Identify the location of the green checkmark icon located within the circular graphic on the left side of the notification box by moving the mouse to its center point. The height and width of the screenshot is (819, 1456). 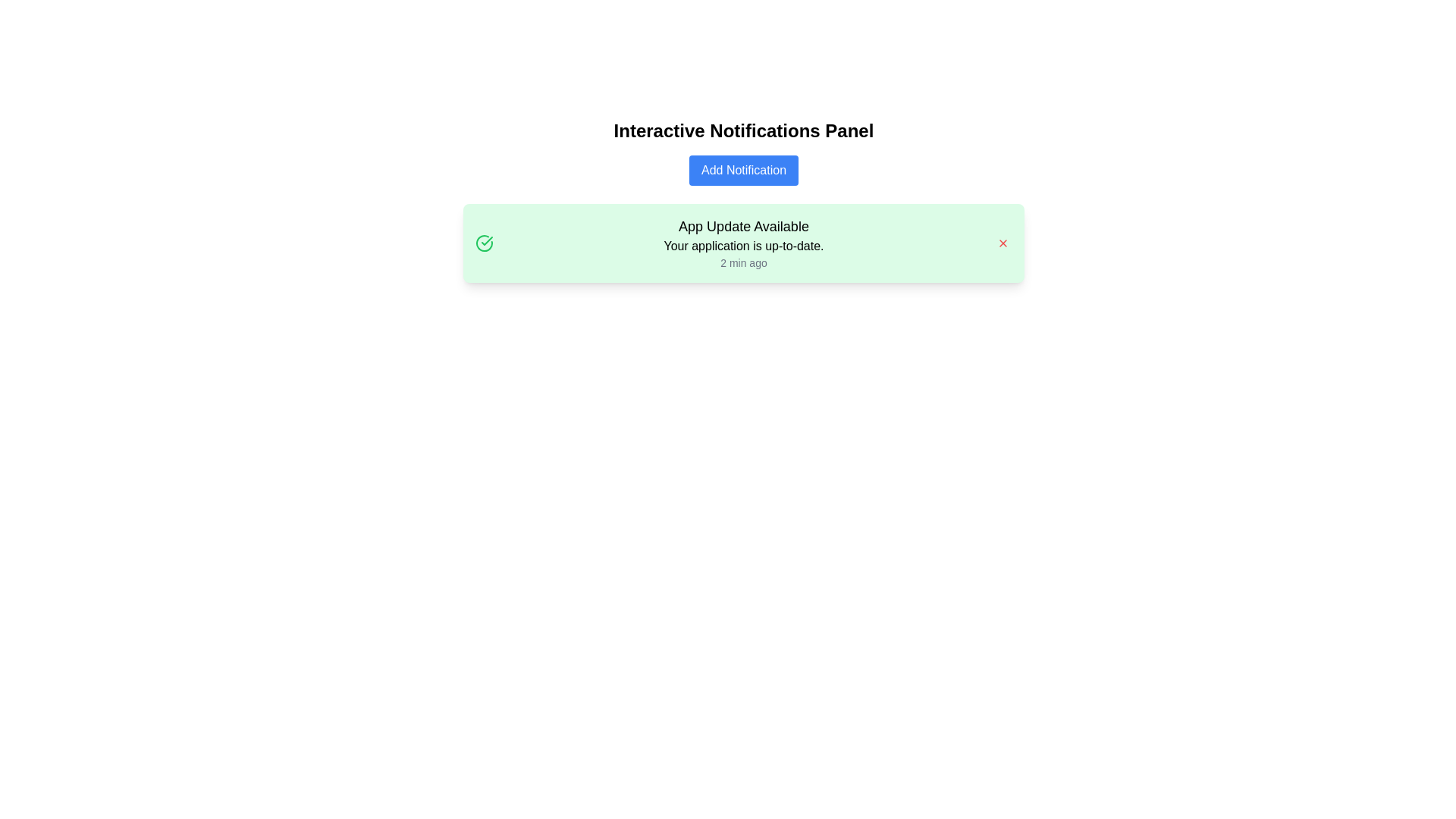
(487, 240).